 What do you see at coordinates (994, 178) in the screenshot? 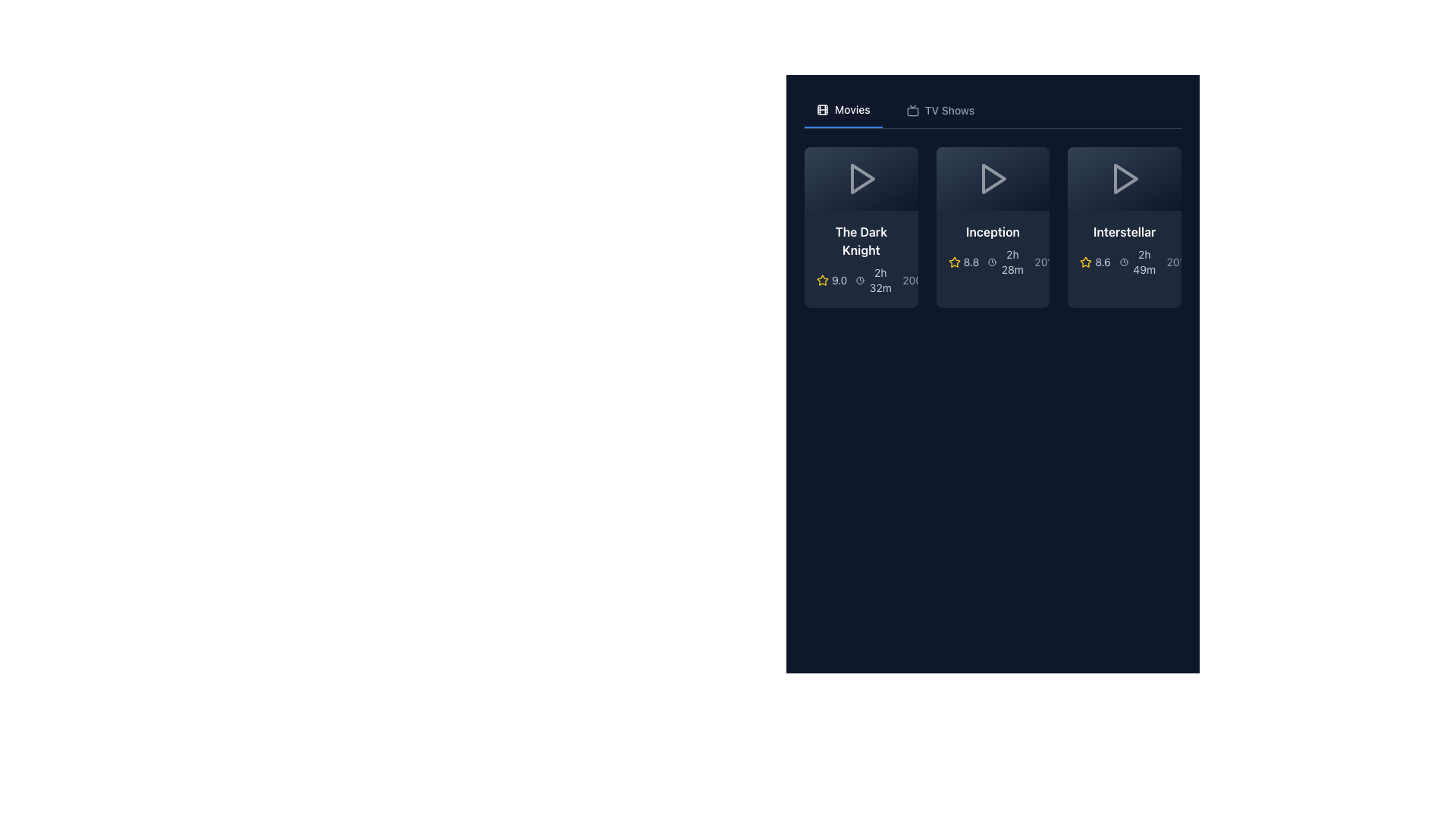
I see `the play button SVG graphical element located in the upper section of the 'Inception' movie card to initiate playback` at bounding box center [994, 178].